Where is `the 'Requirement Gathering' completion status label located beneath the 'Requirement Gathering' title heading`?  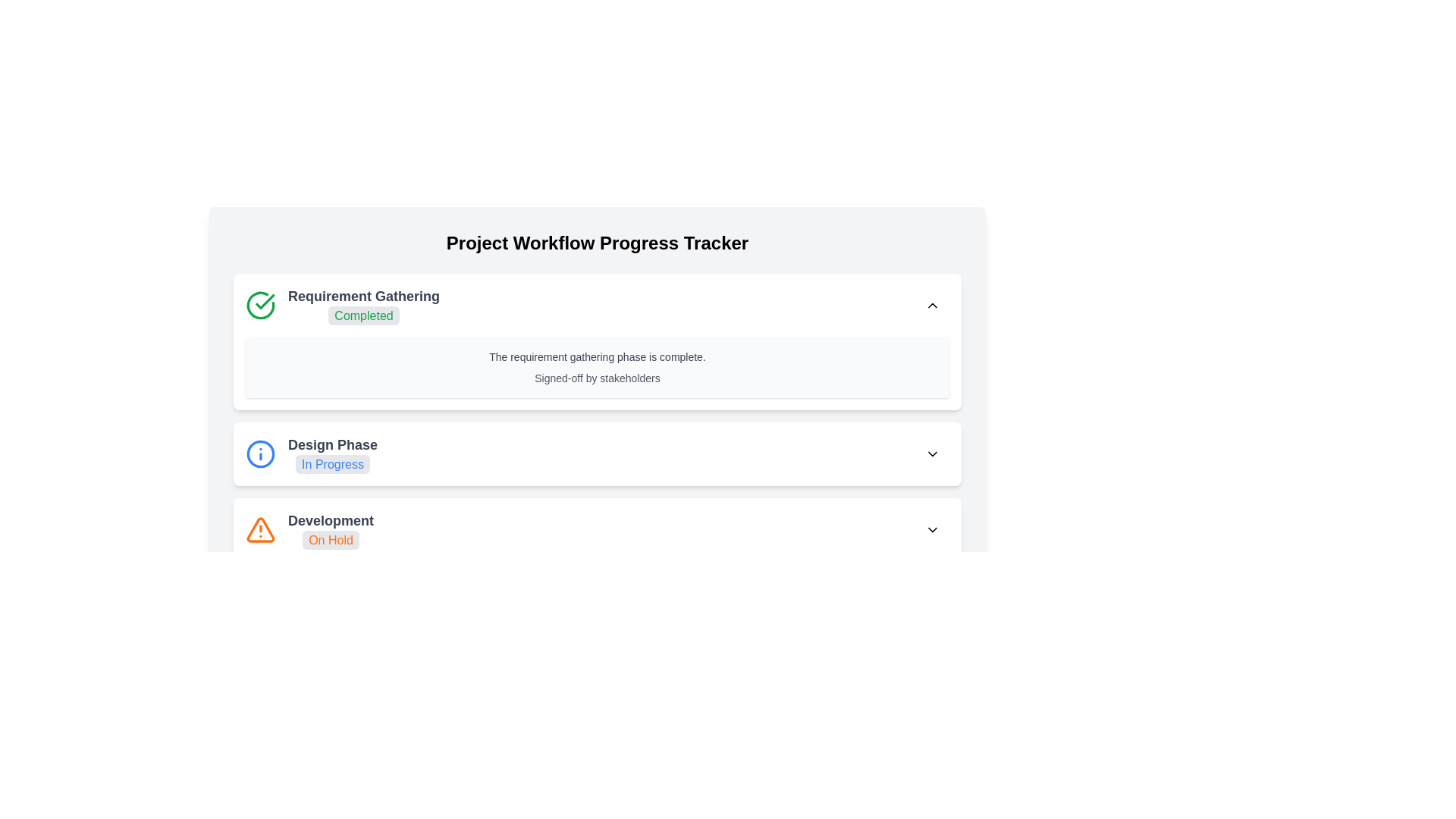
the 'Requirement Gathering' completion status label located beneath the 'Requirement Gathering' title heading is located at coordinates (364, 315).